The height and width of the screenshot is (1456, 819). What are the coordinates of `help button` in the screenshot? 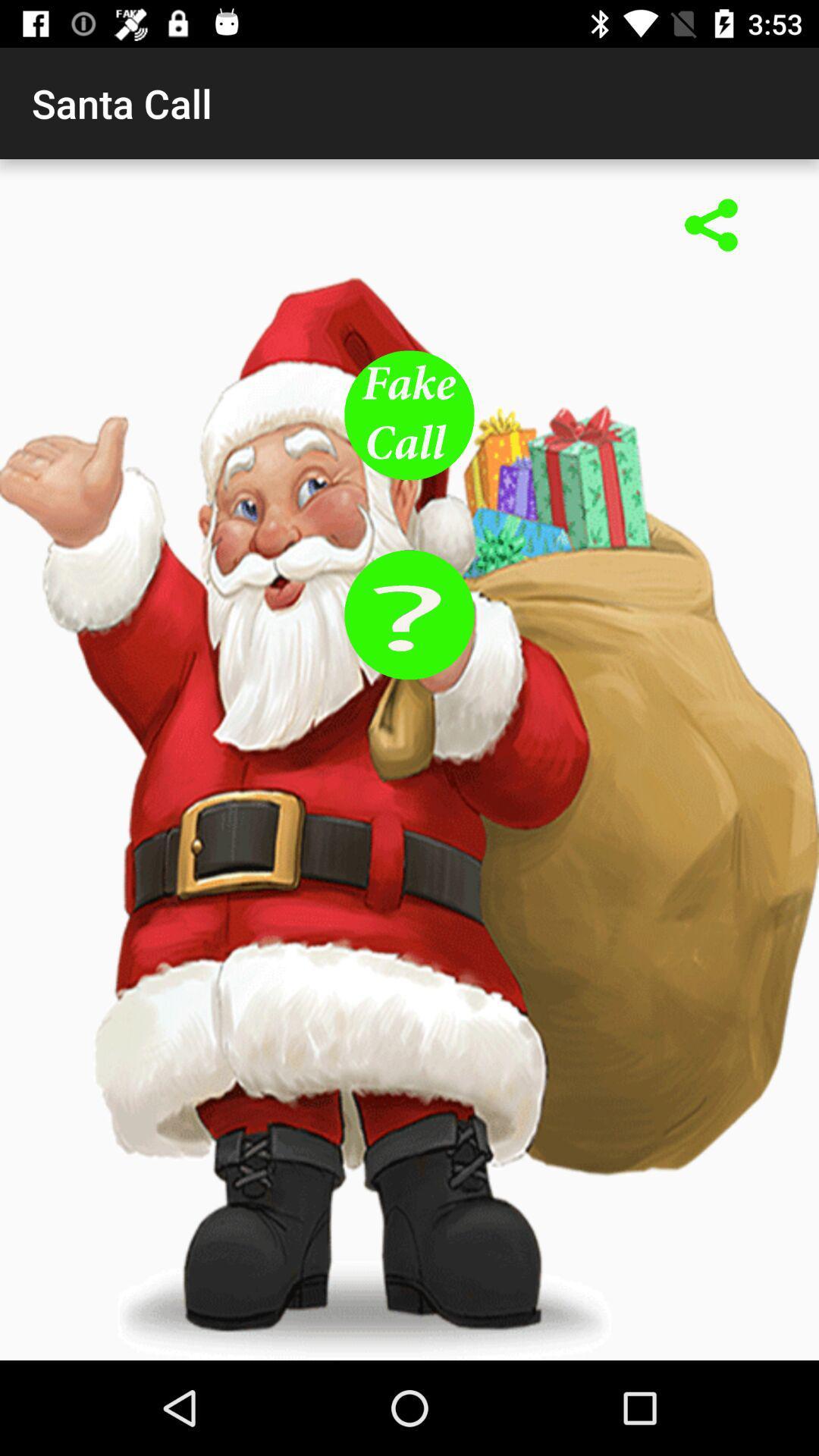 It's located at (409, 614).